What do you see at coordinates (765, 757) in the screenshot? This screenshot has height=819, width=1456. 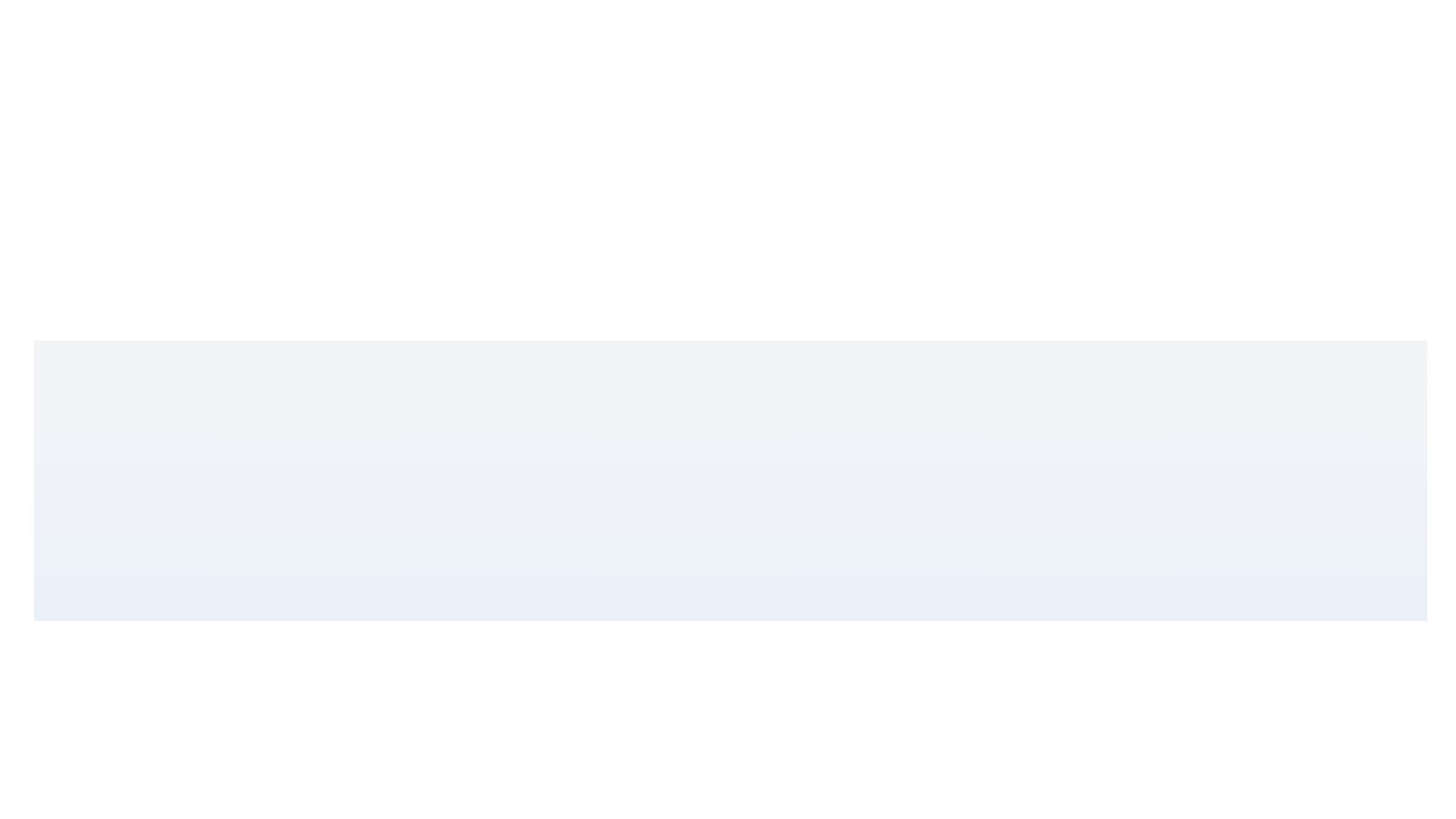 I see `the slider to set the value to 35` at bounding box center [765, 757].